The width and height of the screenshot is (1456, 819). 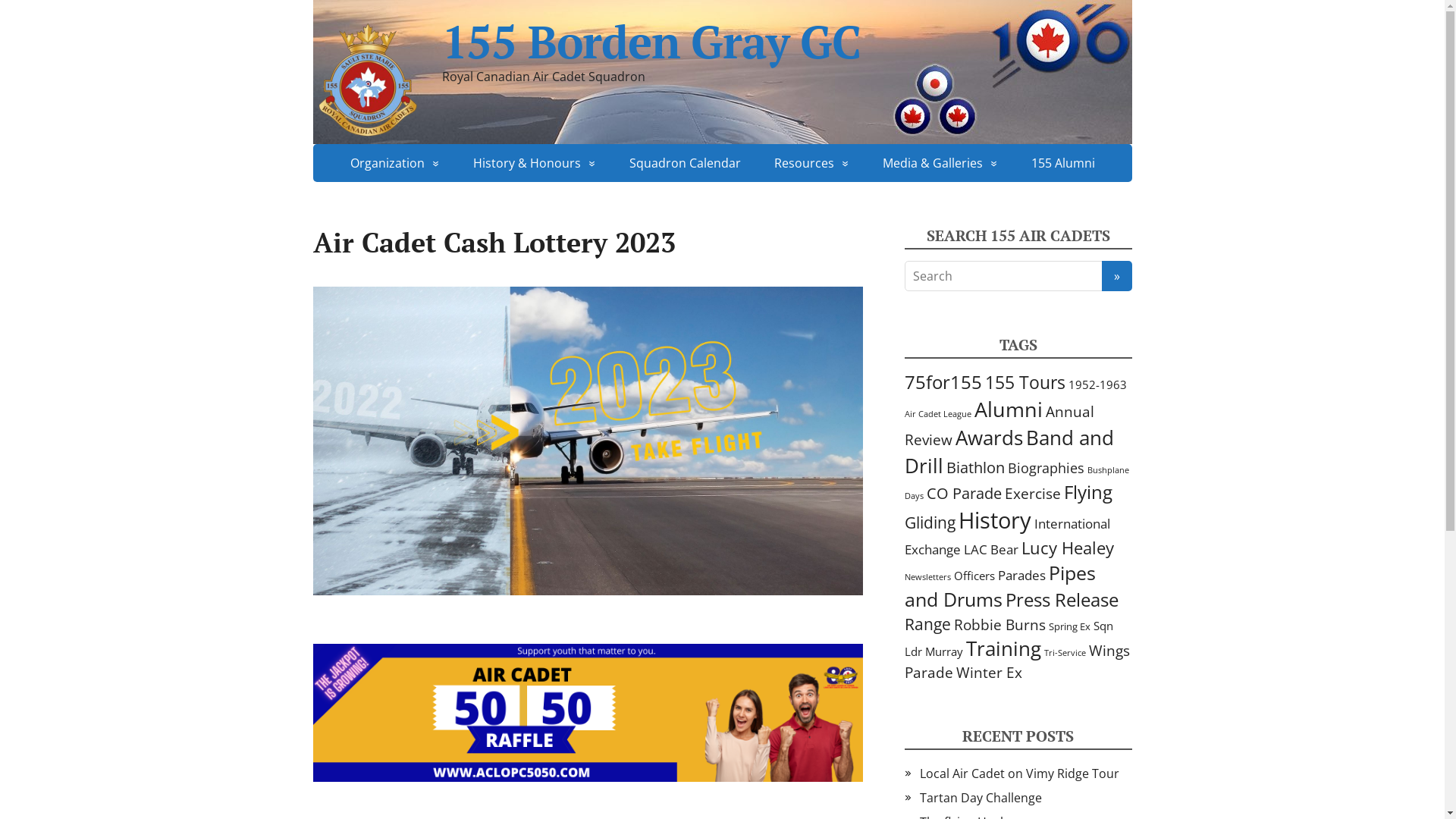 I want to click on 'Exercise', so click(x=1031, y=493).